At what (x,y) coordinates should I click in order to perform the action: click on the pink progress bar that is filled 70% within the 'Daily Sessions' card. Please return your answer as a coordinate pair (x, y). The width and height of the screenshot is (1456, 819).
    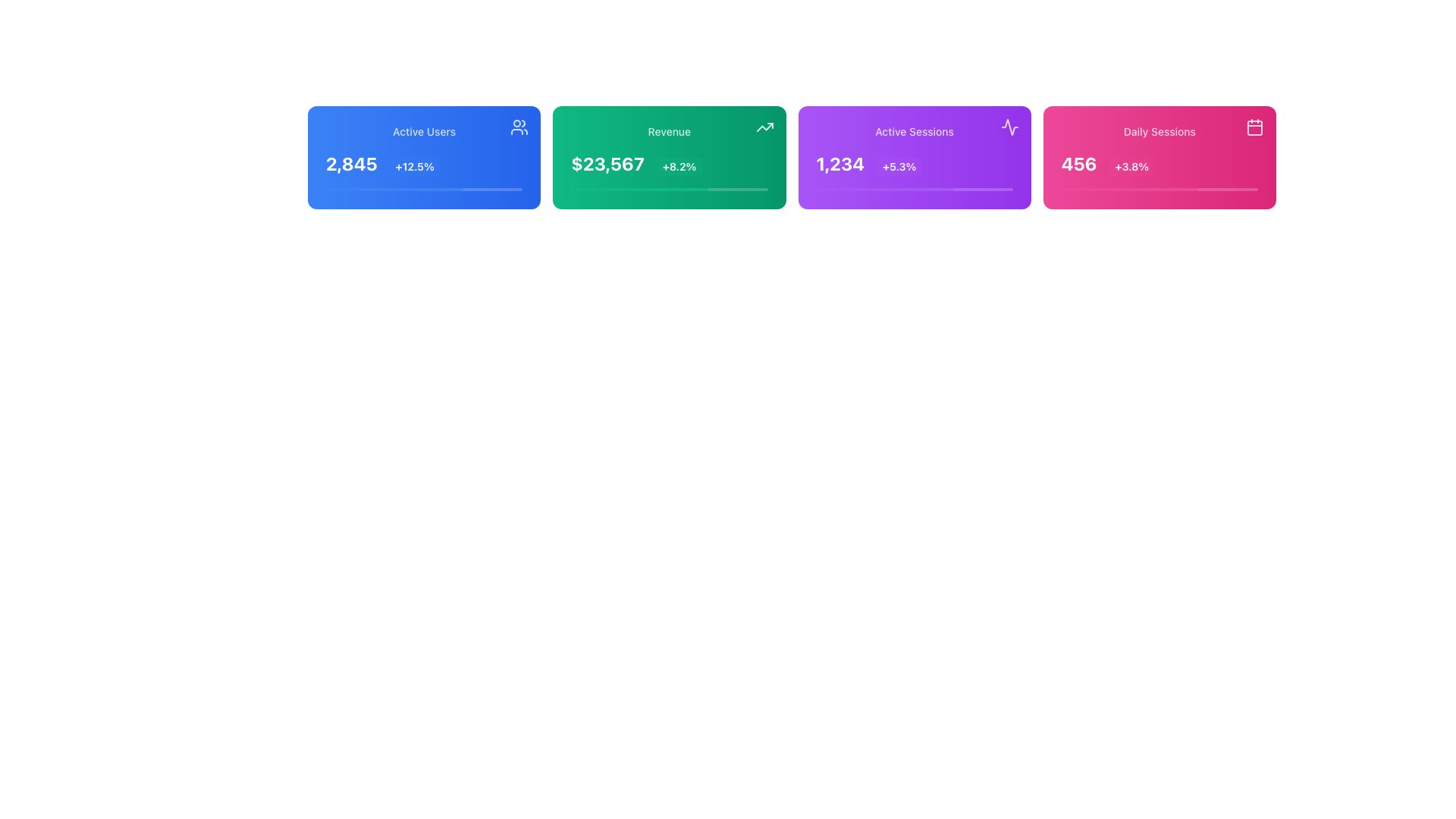
    Looking at the image, I should click on (1130, 189).